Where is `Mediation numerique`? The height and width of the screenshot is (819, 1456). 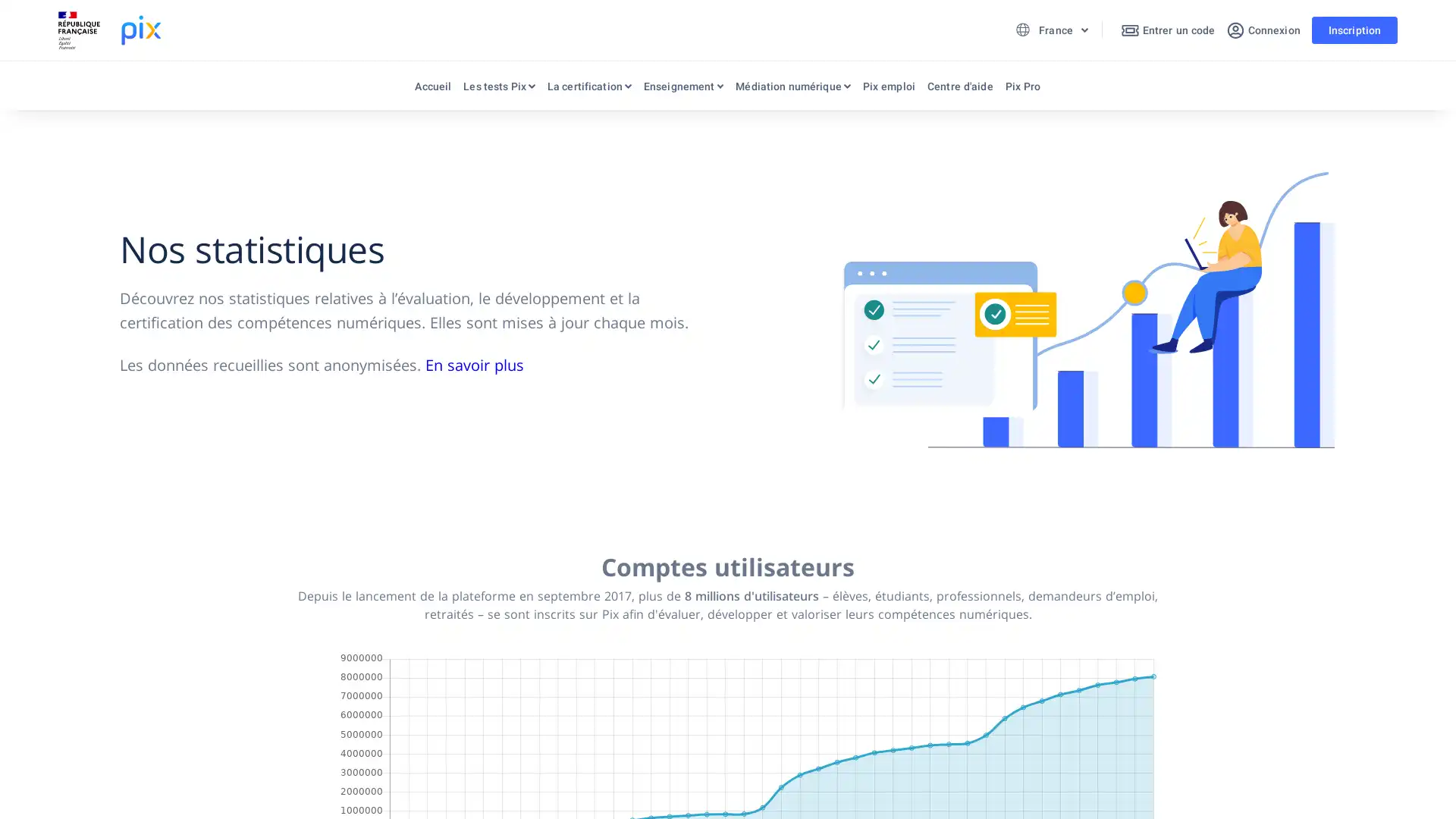 Mediation numerique is located at coordinates (792, 89).